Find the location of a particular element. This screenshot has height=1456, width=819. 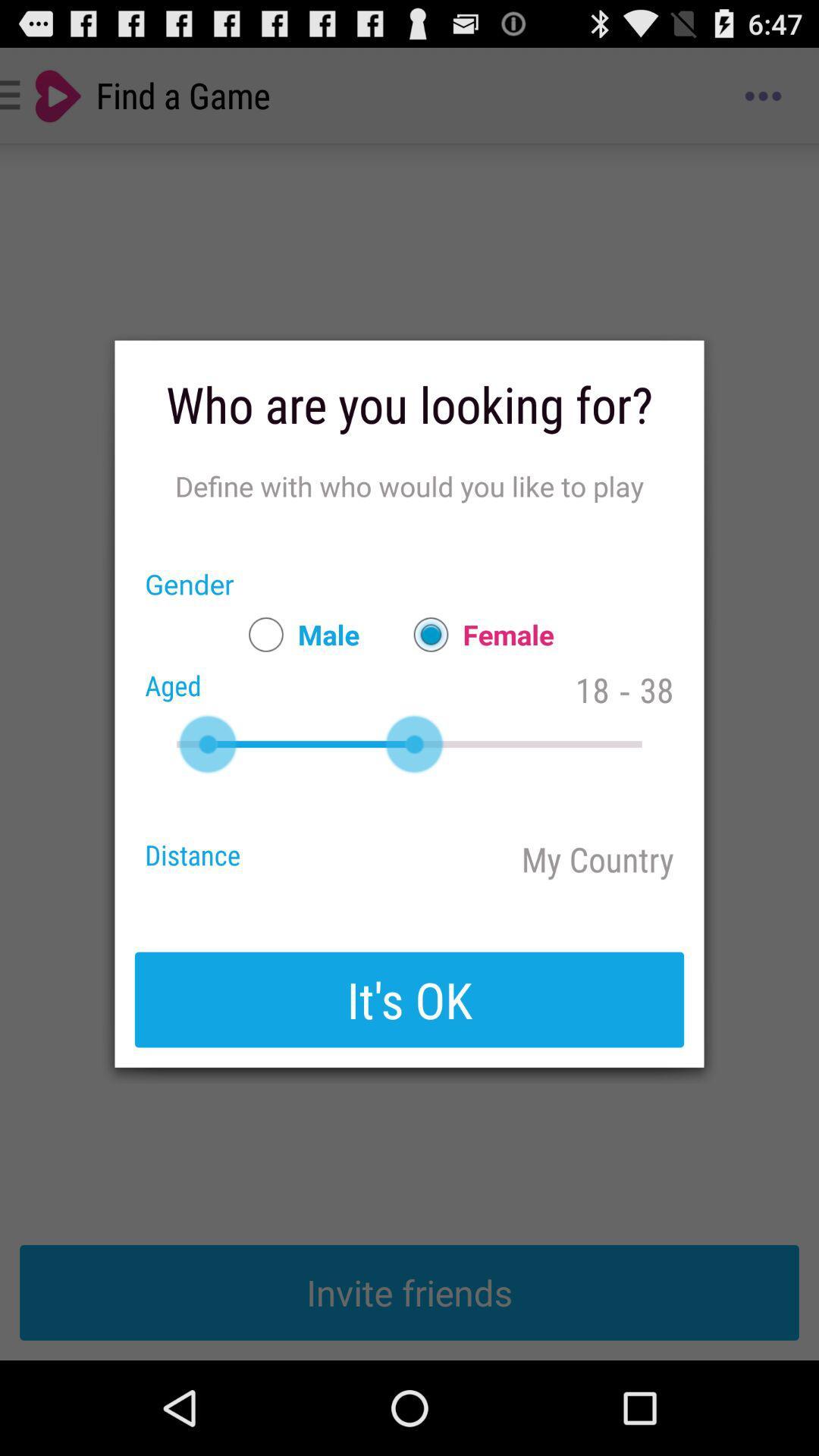

the item next to 18 icon is located at coordinates (475, 634).